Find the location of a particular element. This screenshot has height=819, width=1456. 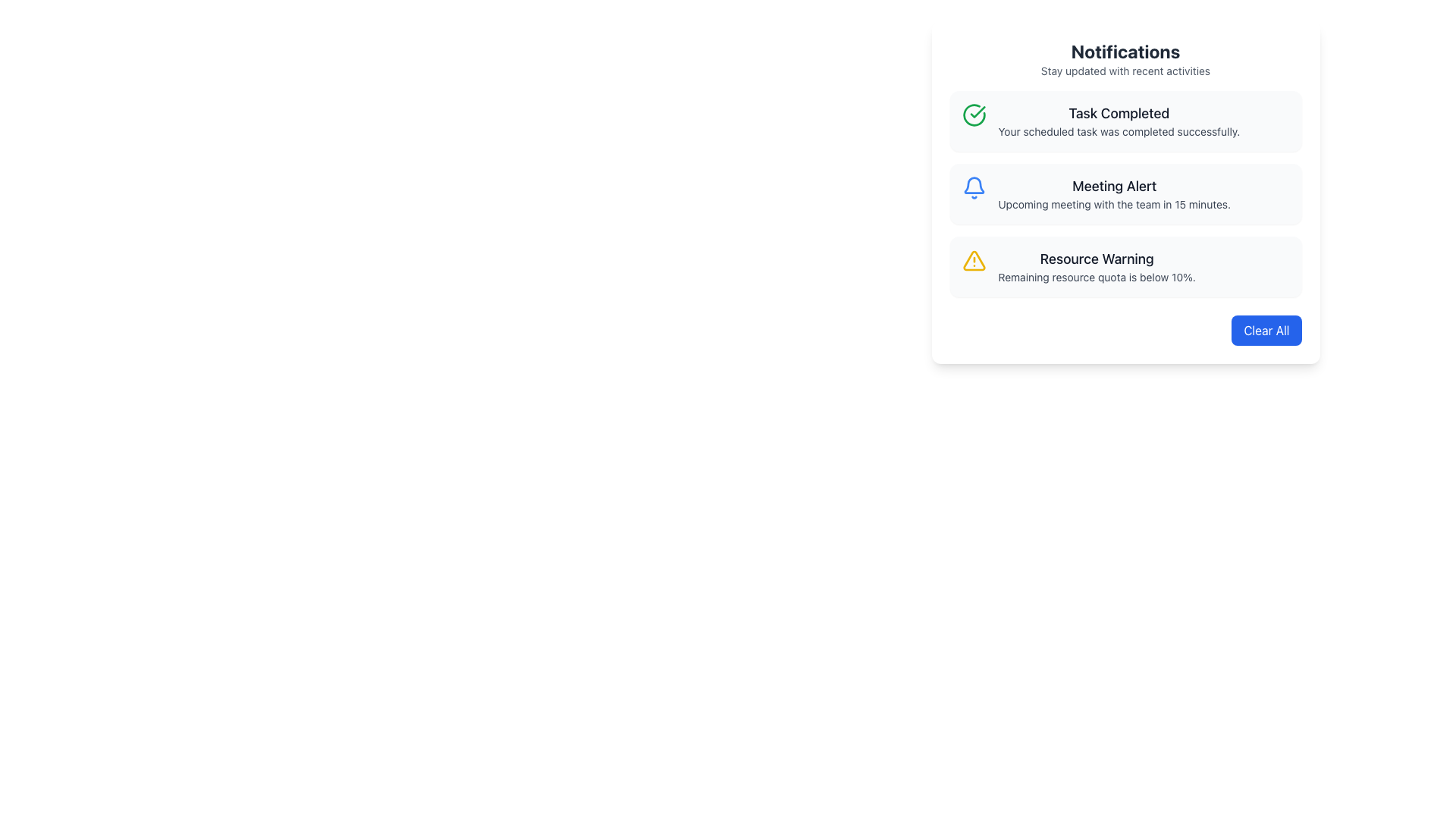

the 'Notifications' text label, which is a bold, large-sized dark gray text located at the top-right of the section is located at coordinates (1125, 51).